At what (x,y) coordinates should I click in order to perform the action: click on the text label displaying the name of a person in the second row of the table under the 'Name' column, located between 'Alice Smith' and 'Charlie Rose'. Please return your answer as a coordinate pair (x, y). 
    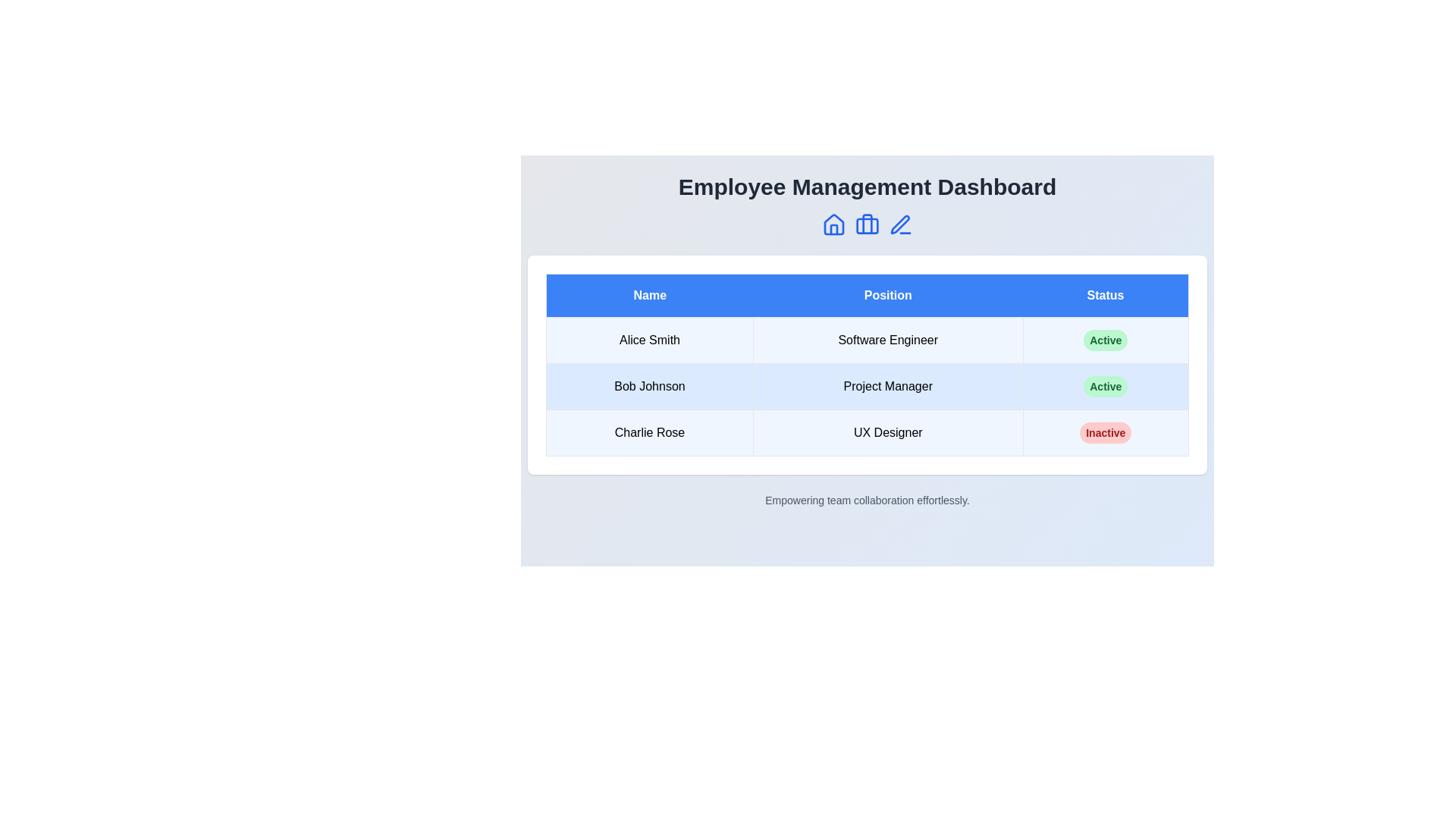
    Looking at the image, I should click on (649, 385).